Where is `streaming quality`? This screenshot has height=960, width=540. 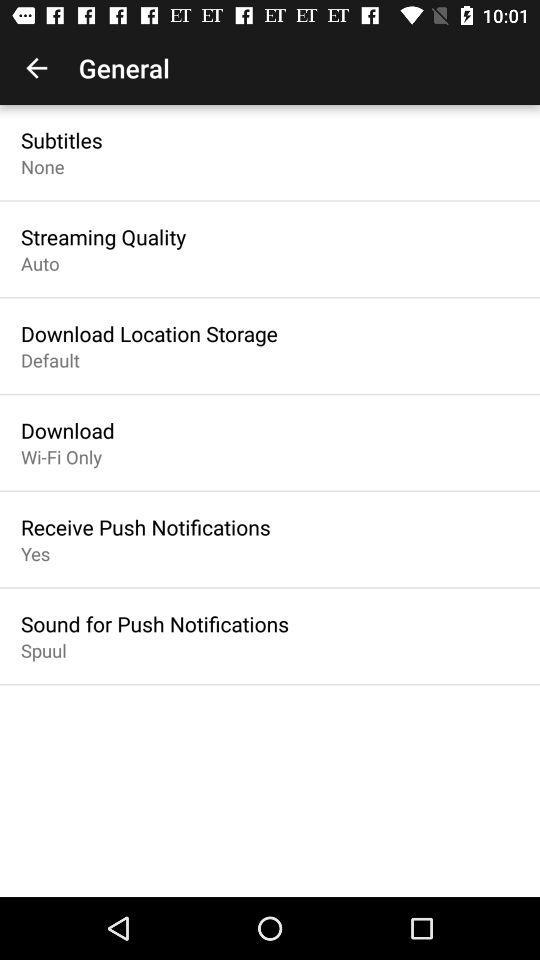
streaming quality is located at coordinates (103, 237).